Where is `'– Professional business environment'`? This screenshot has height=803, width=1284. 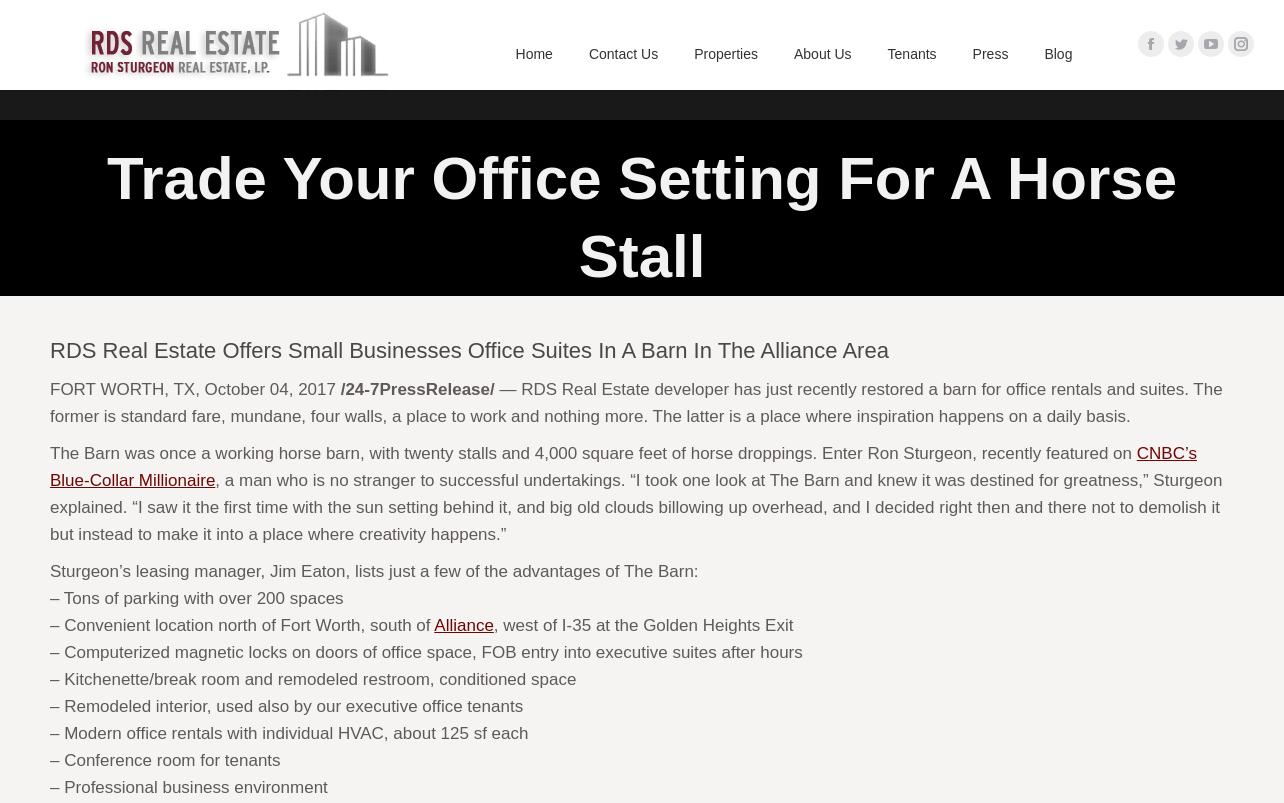 '– Professional business environment' is located at coordinates (187, 786).